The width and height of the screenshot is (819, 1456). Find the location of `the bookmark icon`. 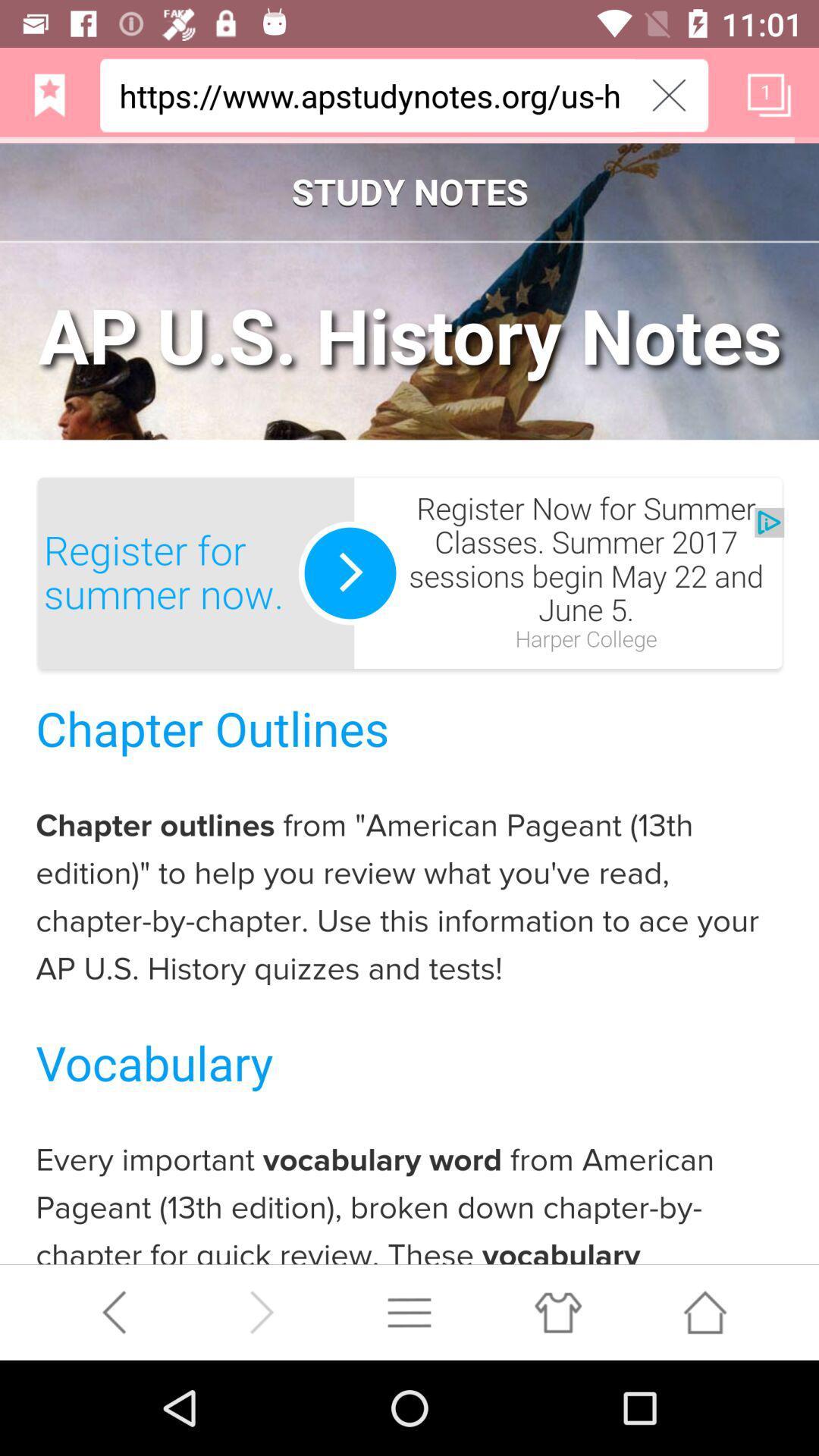

the bookmark icon is located at coordinates (49, 101).